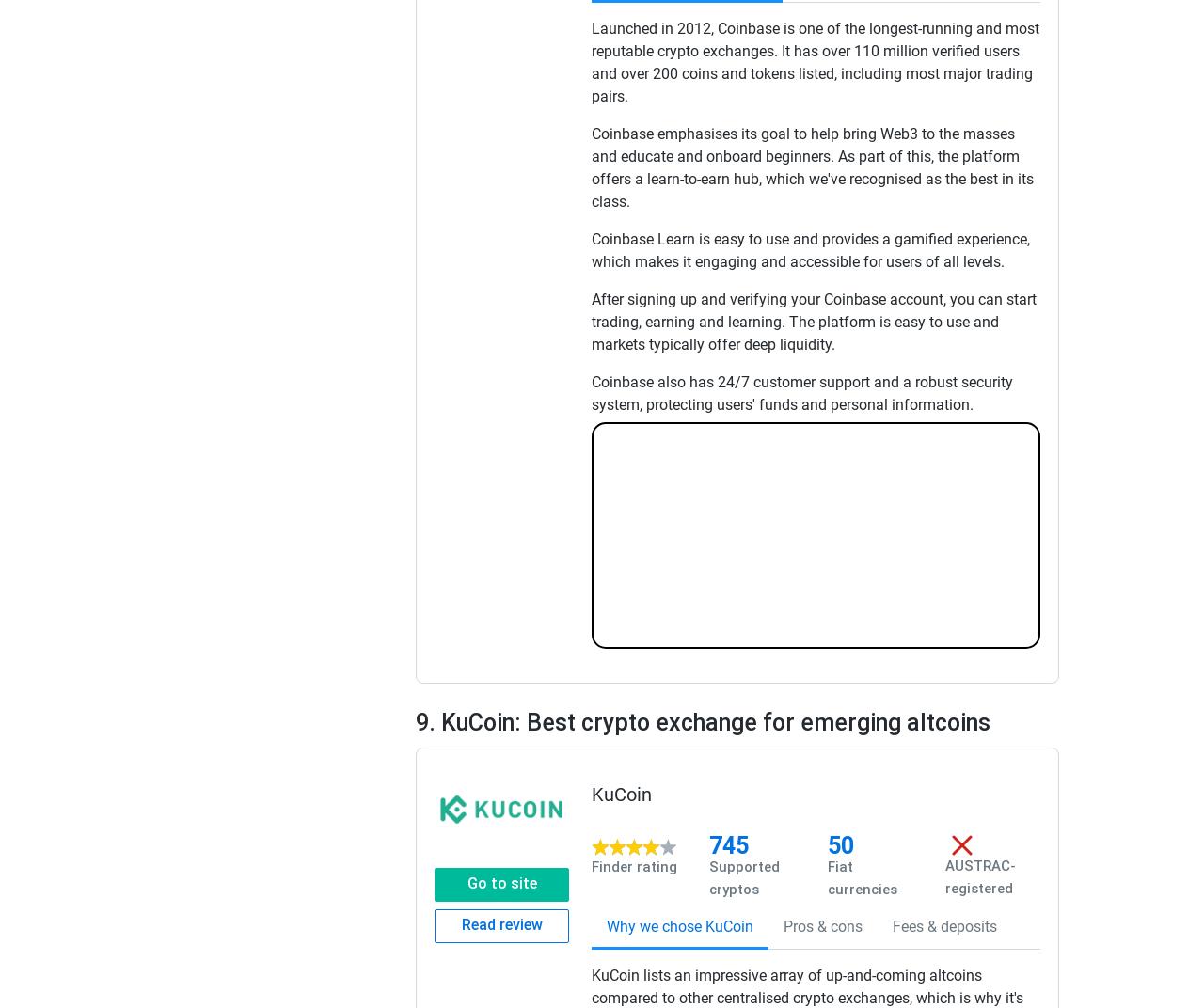  Describe the element at coordinates (839, 844) in the screenshot. I see `'50'` at that location.